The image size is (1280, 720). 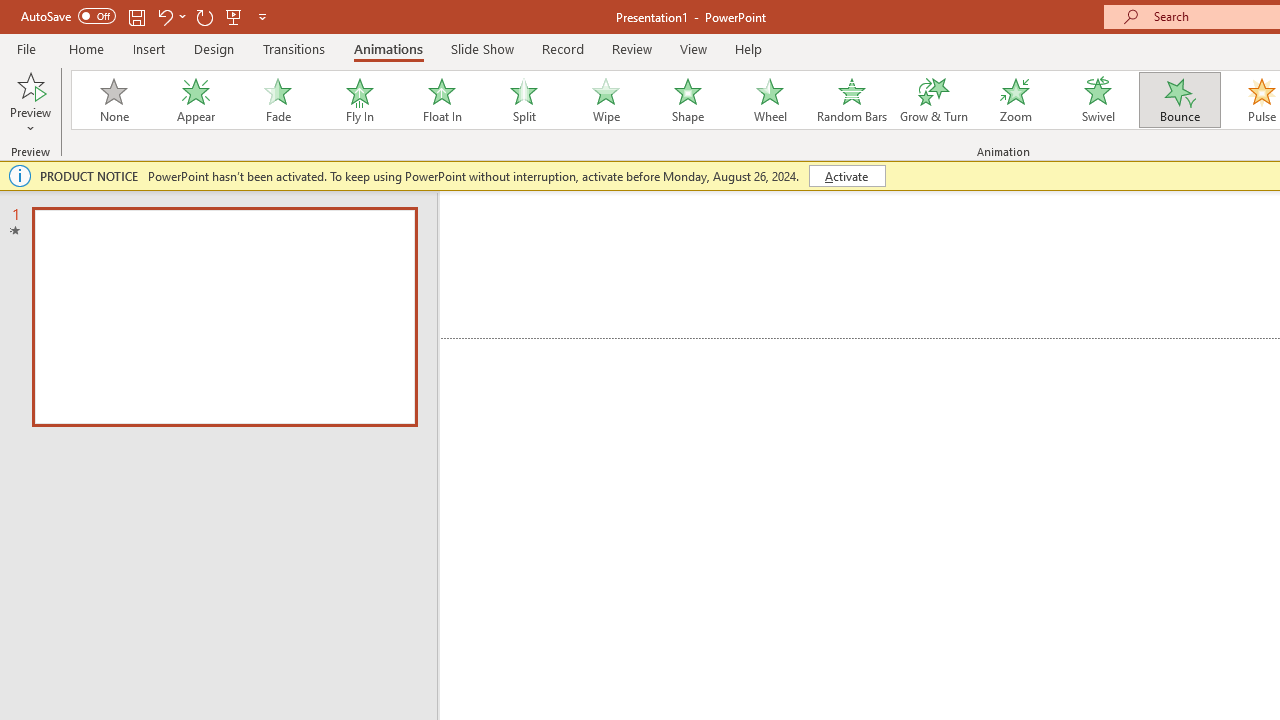 What do you see at coordinates (135, 16) in the screenshot?
I see `'Save'` at bounding box center [135, 16].